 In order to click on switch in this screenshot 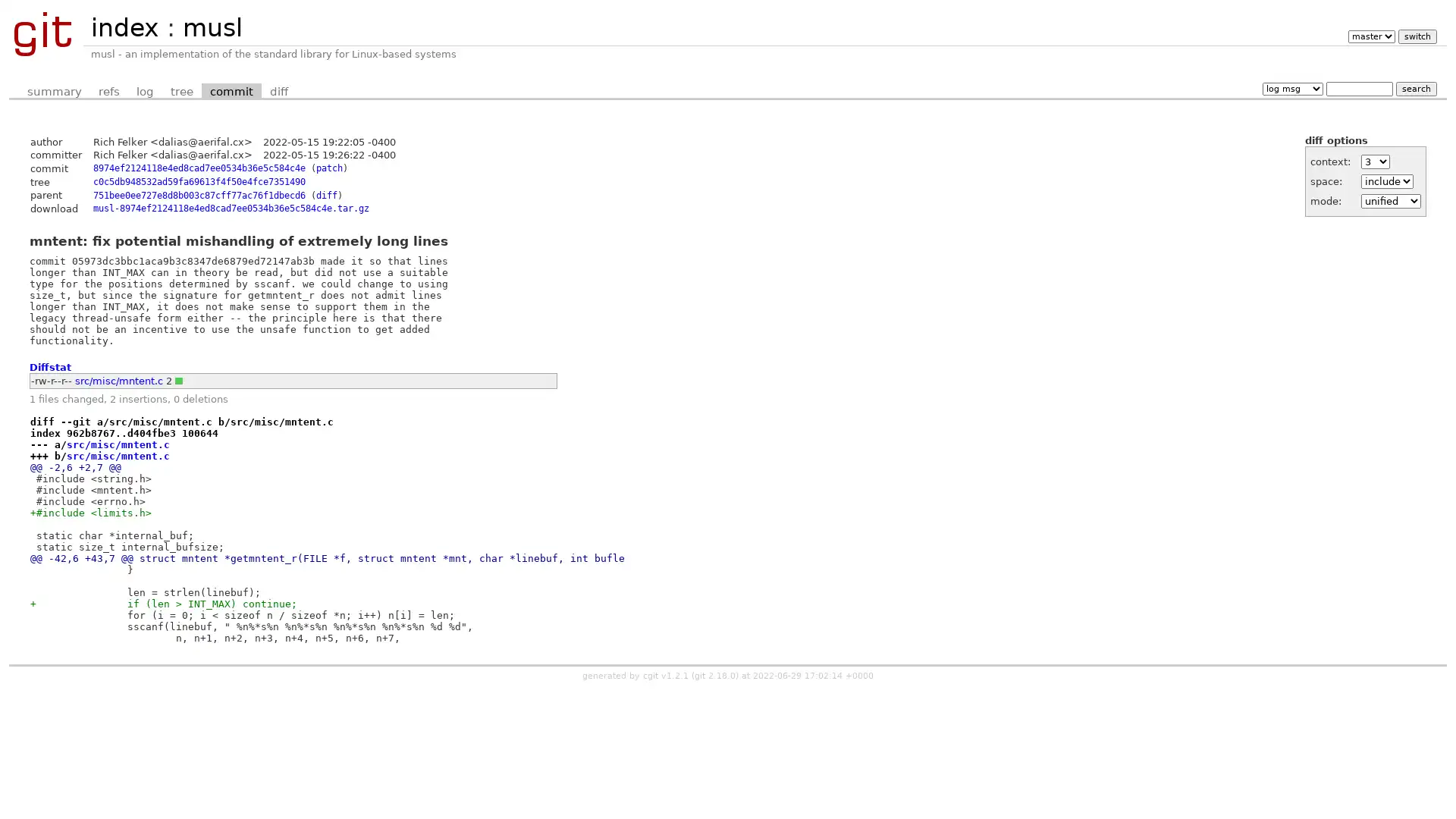, I will do `click(1416, 36)`.